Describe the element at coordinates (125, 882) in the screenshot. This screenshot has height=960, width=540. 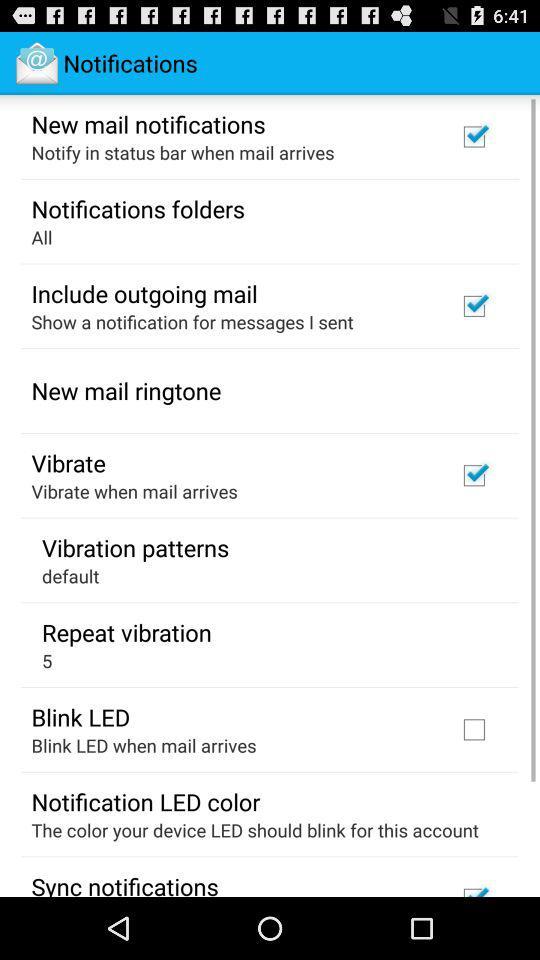
I see `sync notifications app` at that location.